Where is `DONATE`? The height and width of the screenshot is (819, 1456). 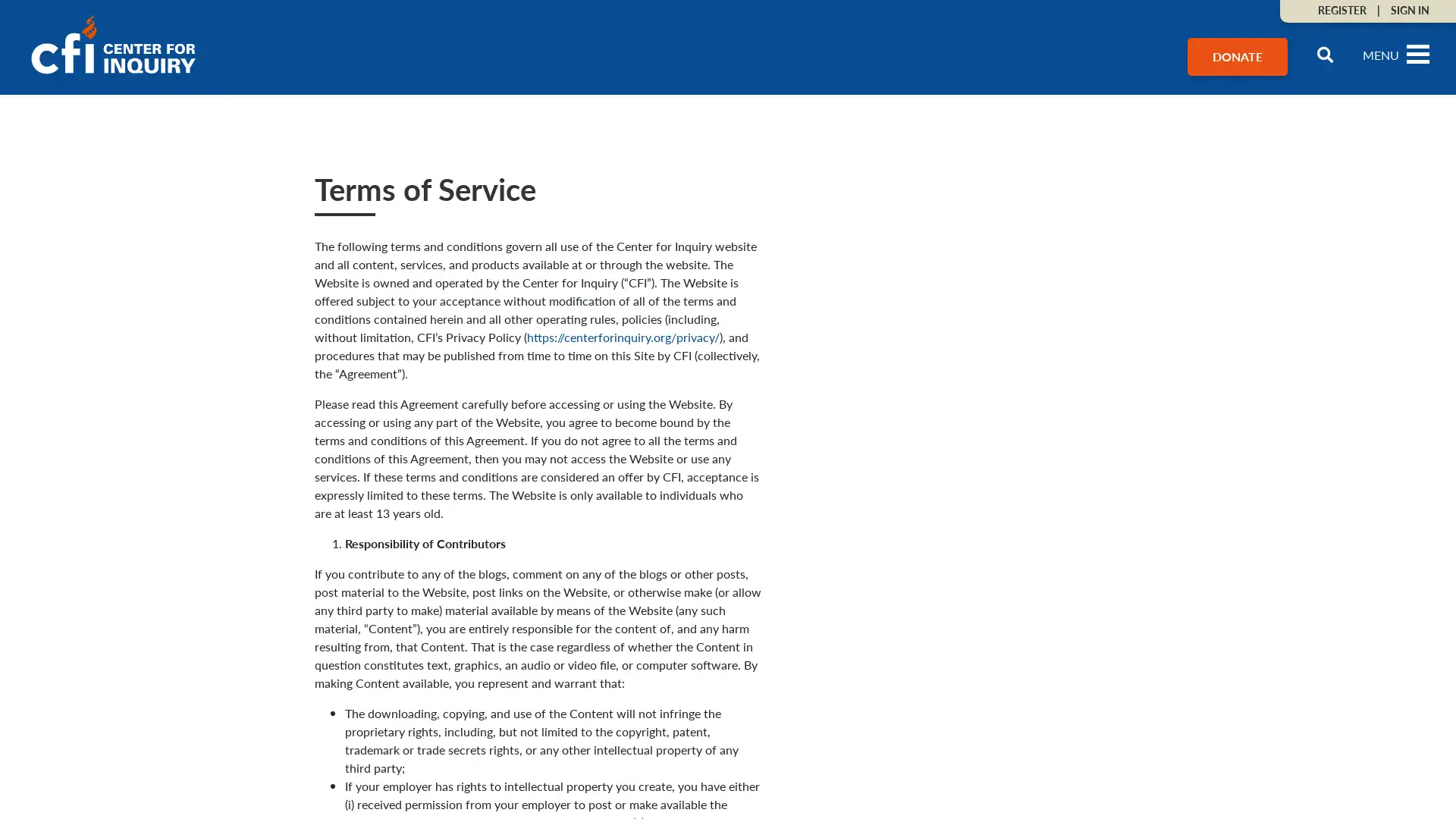
DONATE is located at coordinates (1238, 55).